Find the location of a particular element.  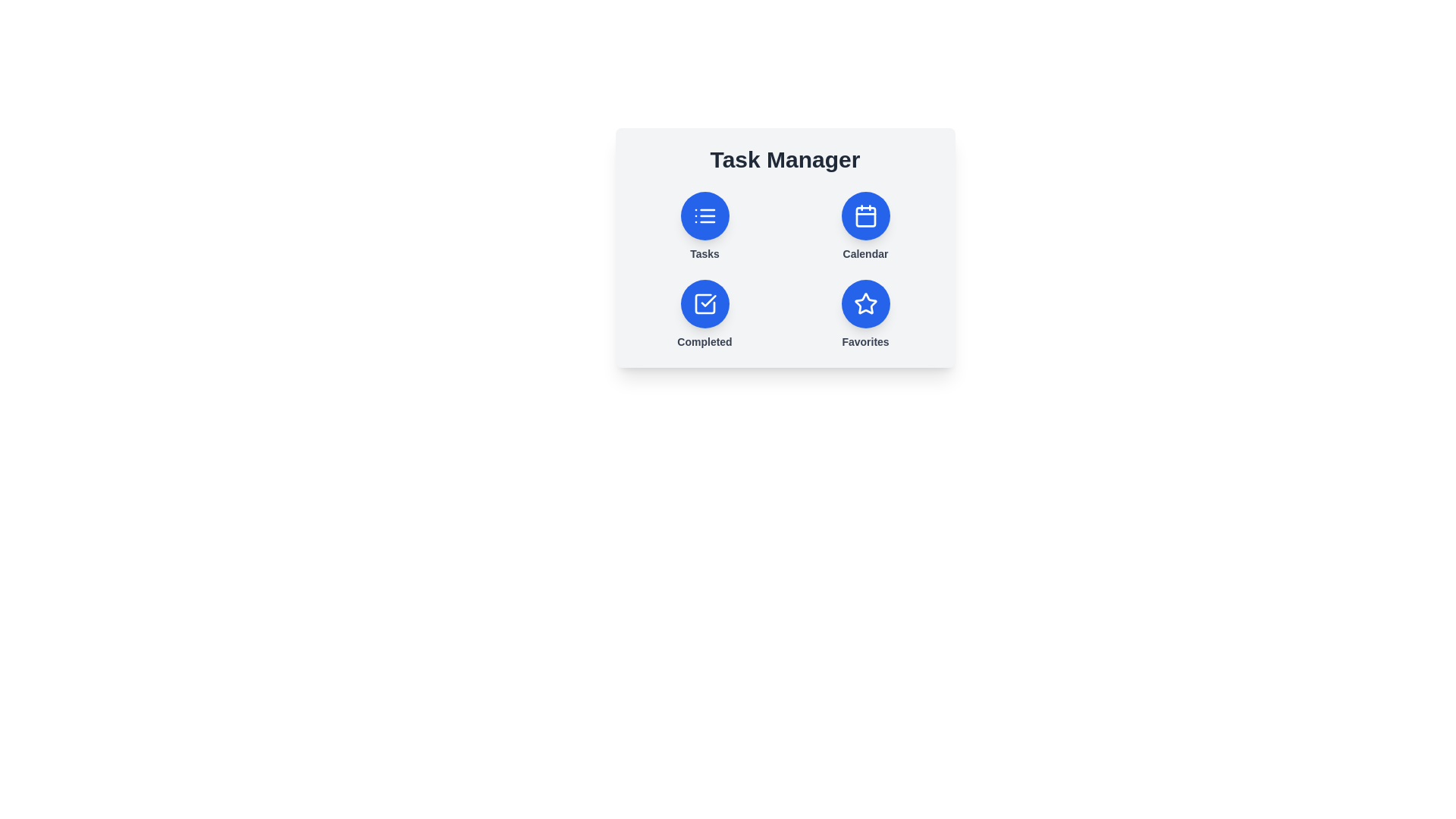

the button located at the top-left corner of the 'Tasks' section in the 'Task Manager' interface is located at coordinates (704, 216).